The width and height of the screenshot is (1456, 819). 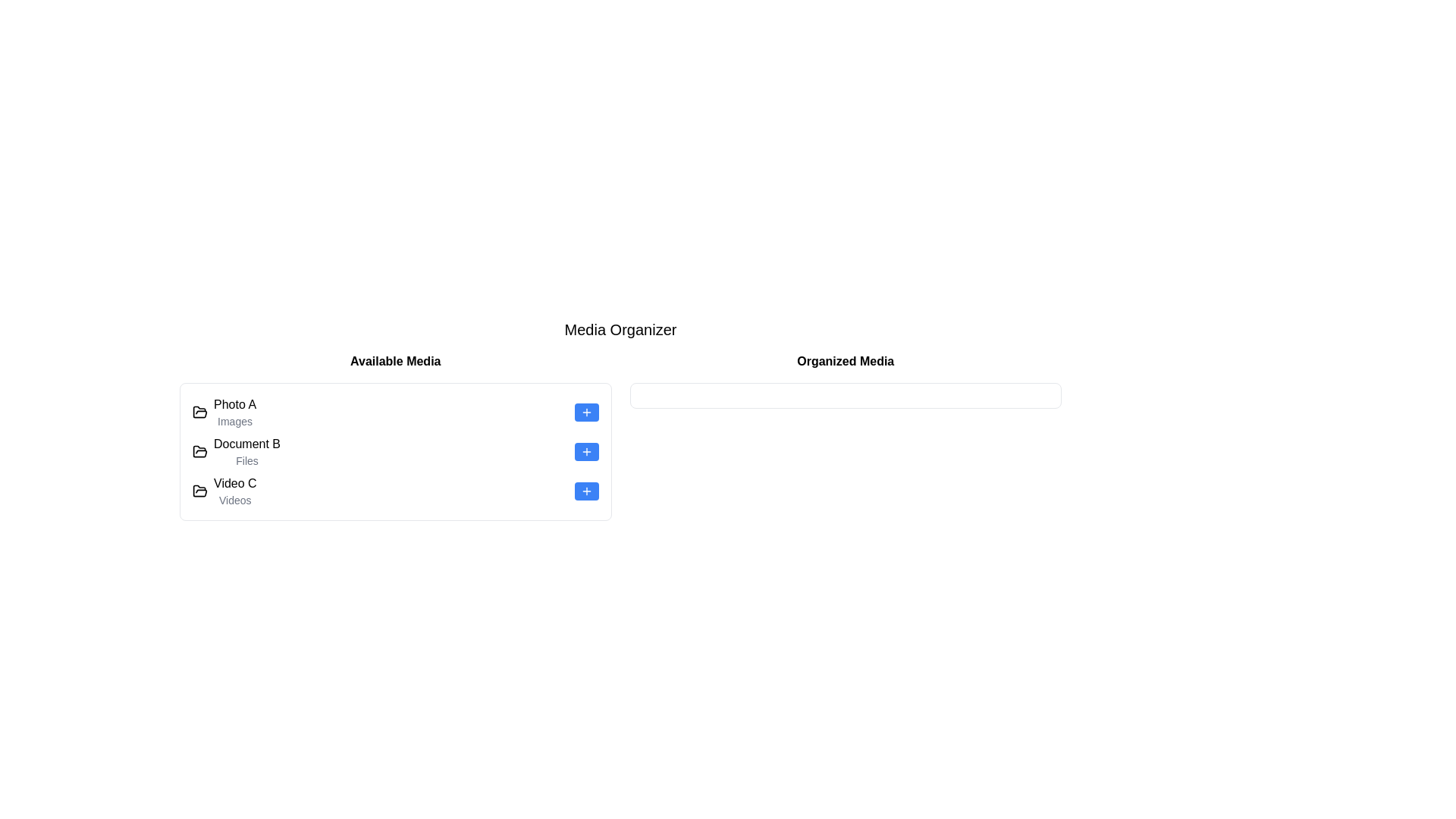 I want to click on the blue rectangular button with a white '+' icon located in the 'Available Media' section, right of 'Photo AImages', so click(x=585, y=412).